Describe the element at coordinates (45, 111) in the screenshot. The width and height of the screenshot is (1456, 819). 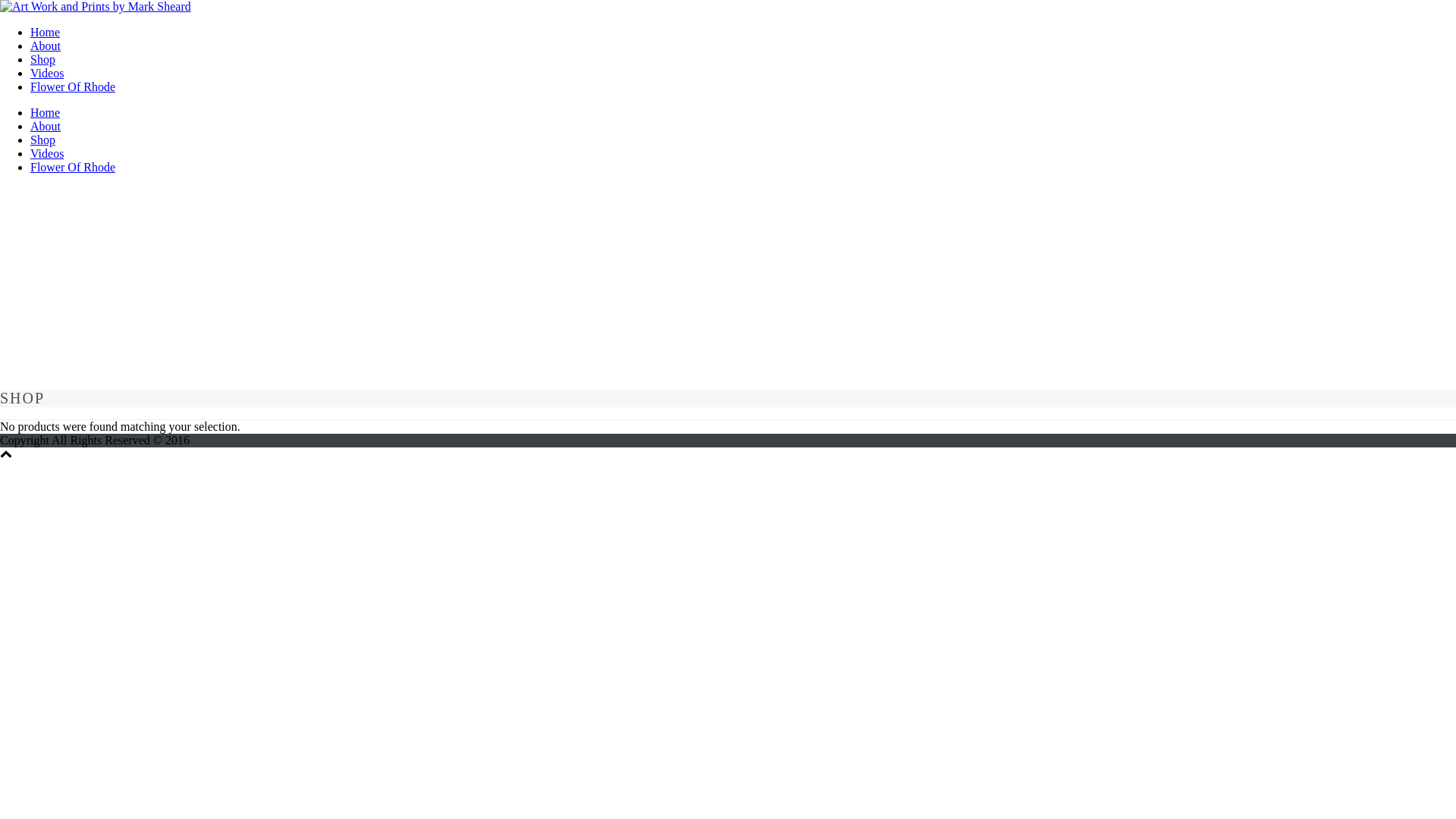
I see `'Home'` at that location.